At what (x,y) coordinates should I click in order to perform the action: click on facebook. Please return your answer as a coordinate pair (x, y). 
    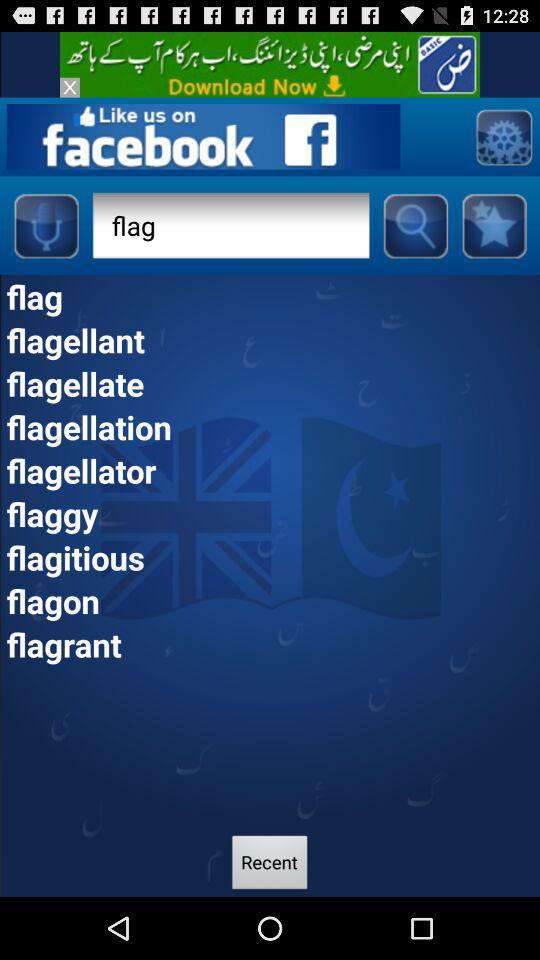
    Looking at the image, I should click on (202, 135).